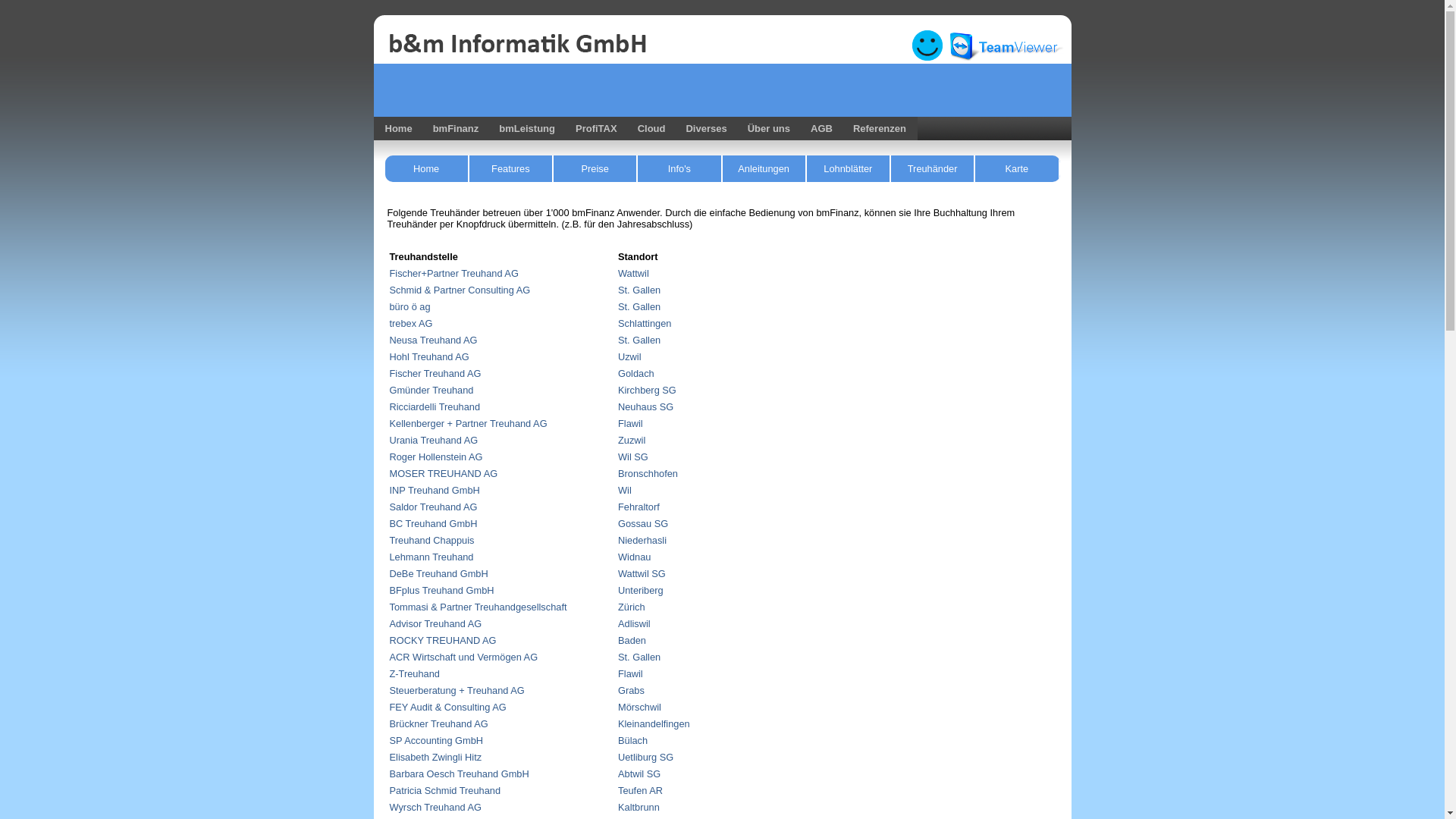 This screenshot has width=1456, height=819. What do you see at coordinates (649, 127) in the screenshot?
I see `'Cloud'` at bounding box center [649, 127].